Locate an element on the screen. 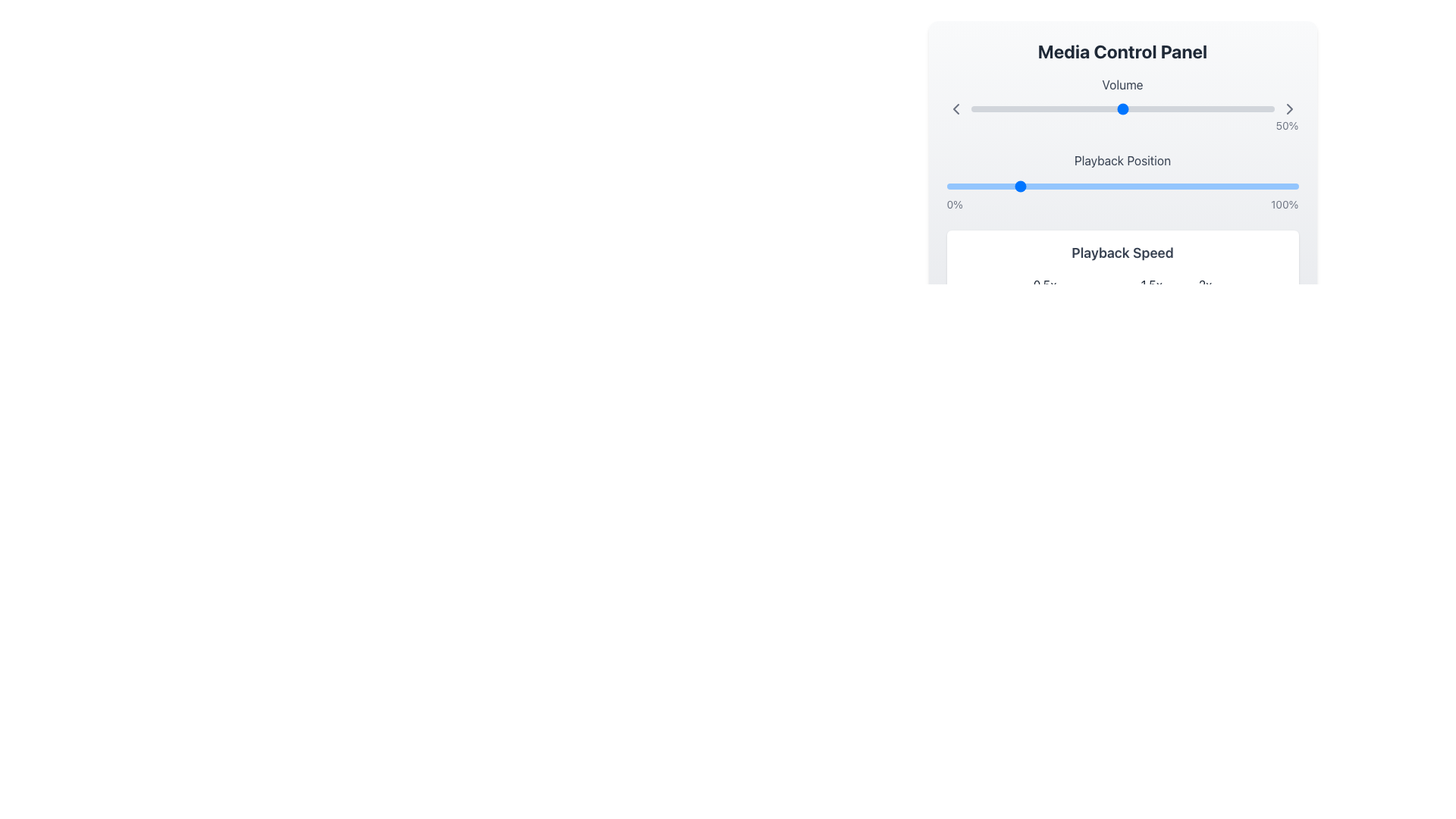 The width and height of the screenshot is (1456, 819). the 'Playback Speed' selectable options group to choose a speed option is located at coordinates (1122, 271).